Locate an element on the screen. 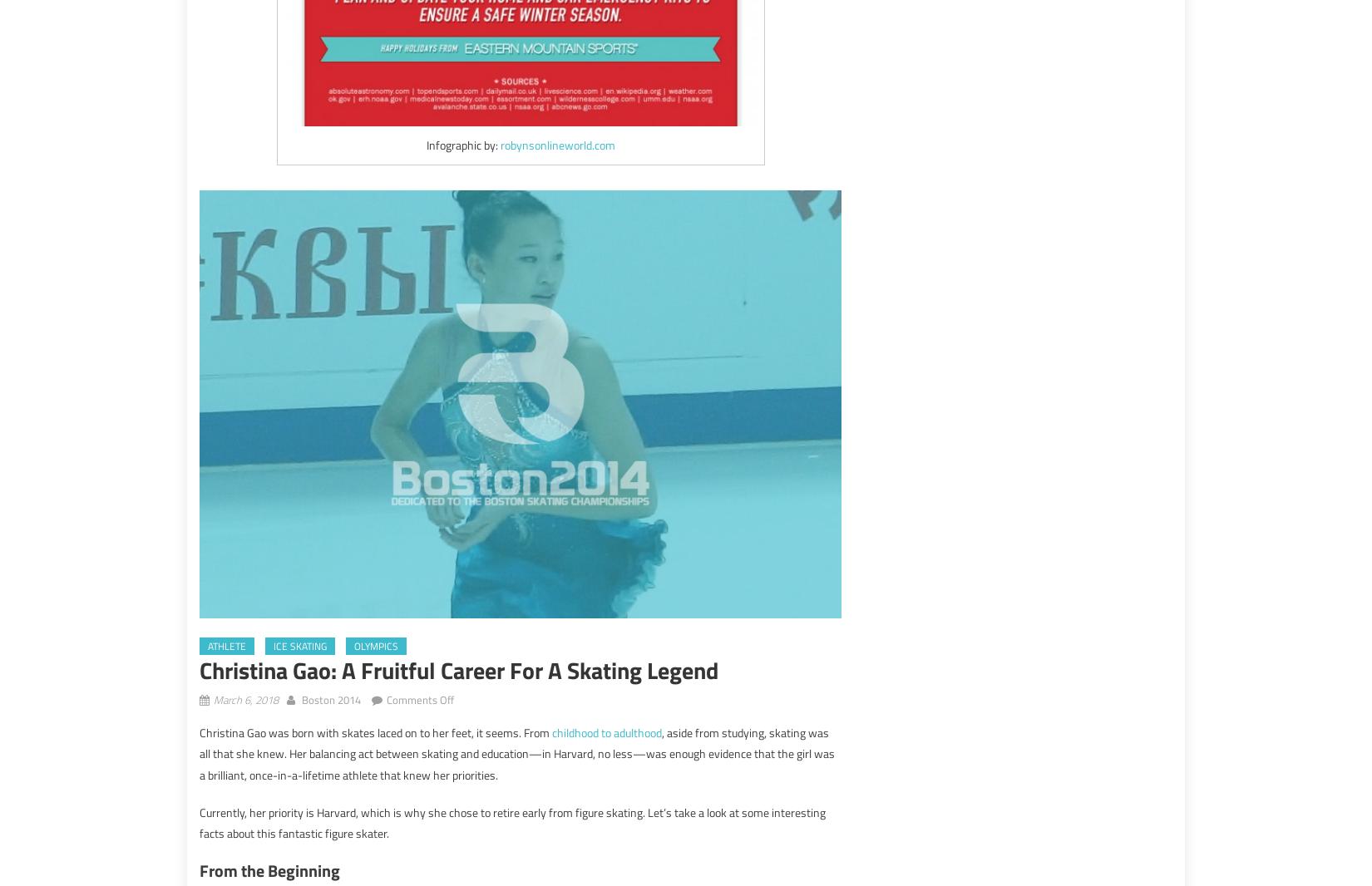 This screenshot has width=1372, height=886. 'Olympics' is located at coordinates (375, 644).